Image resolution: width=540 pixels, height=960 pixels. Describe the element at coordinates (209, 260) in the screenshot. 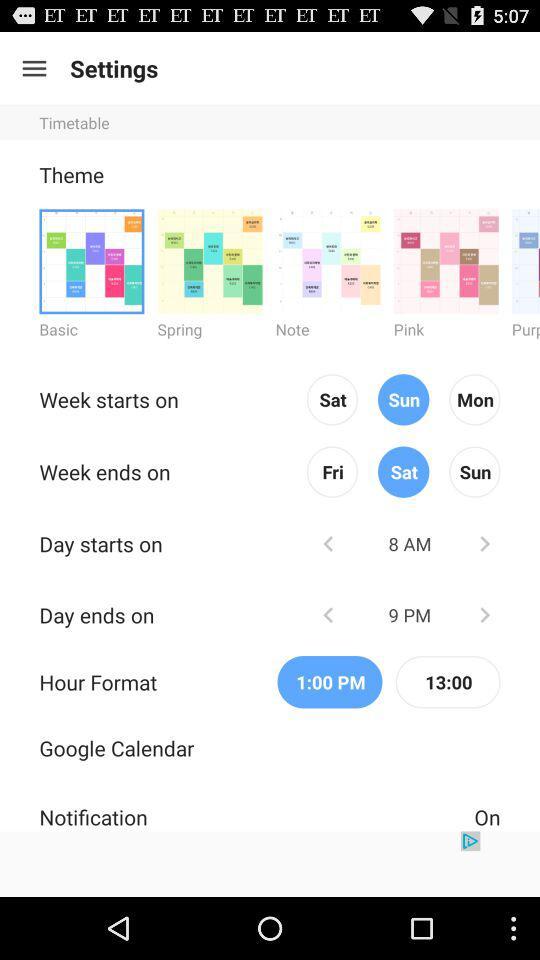

I see `spring theme` at that location.